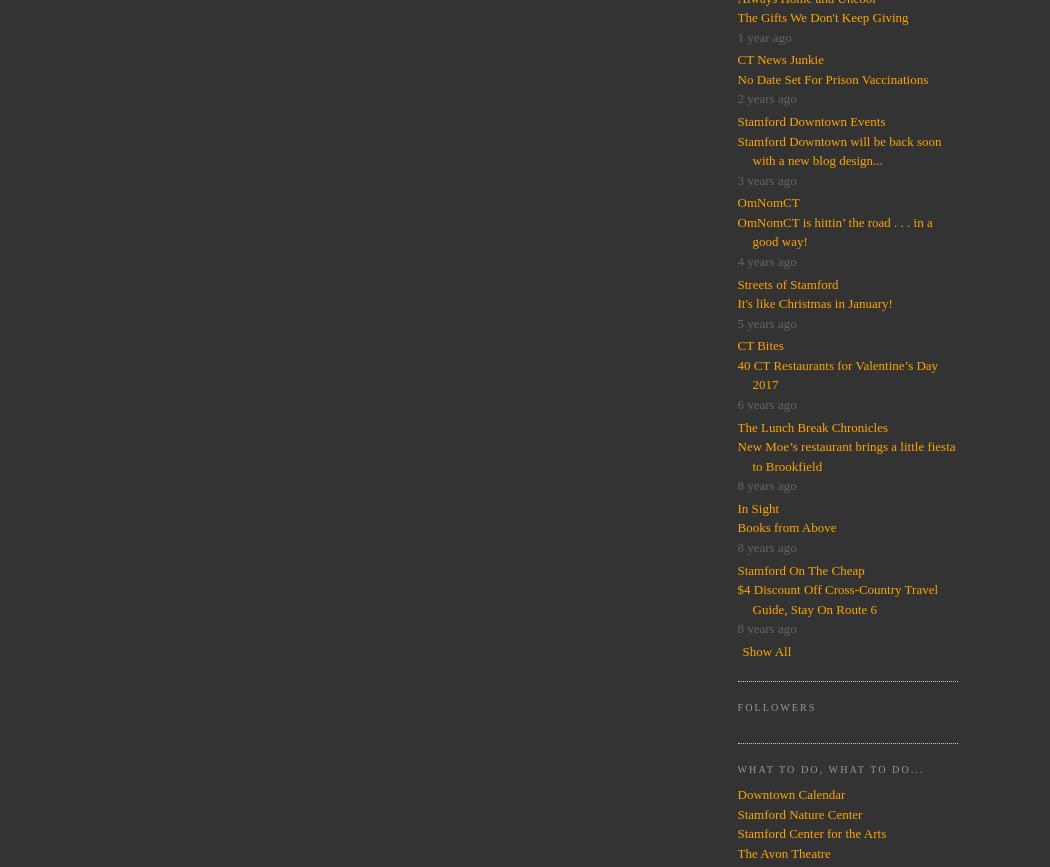 This screenshot has height=867, width=1050. What do you see at coordinates (813, 303) in the screenshot?
I see `'It's like Christmas in January!'` at bounding box center [813, 303].